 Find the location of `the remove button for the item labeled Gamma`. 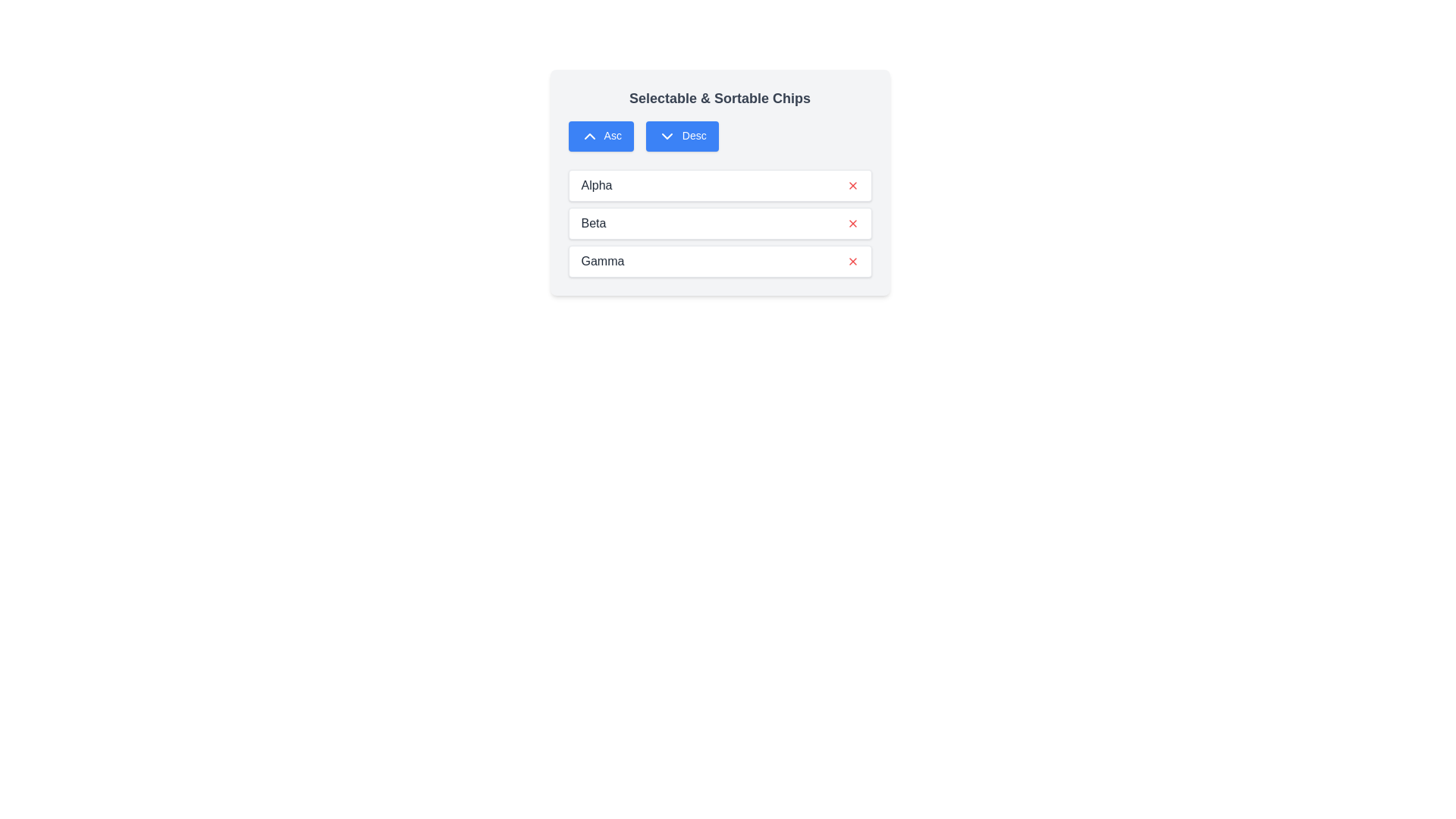

the remove button for the item labeled Gamma is located at coordinates (852, 260).